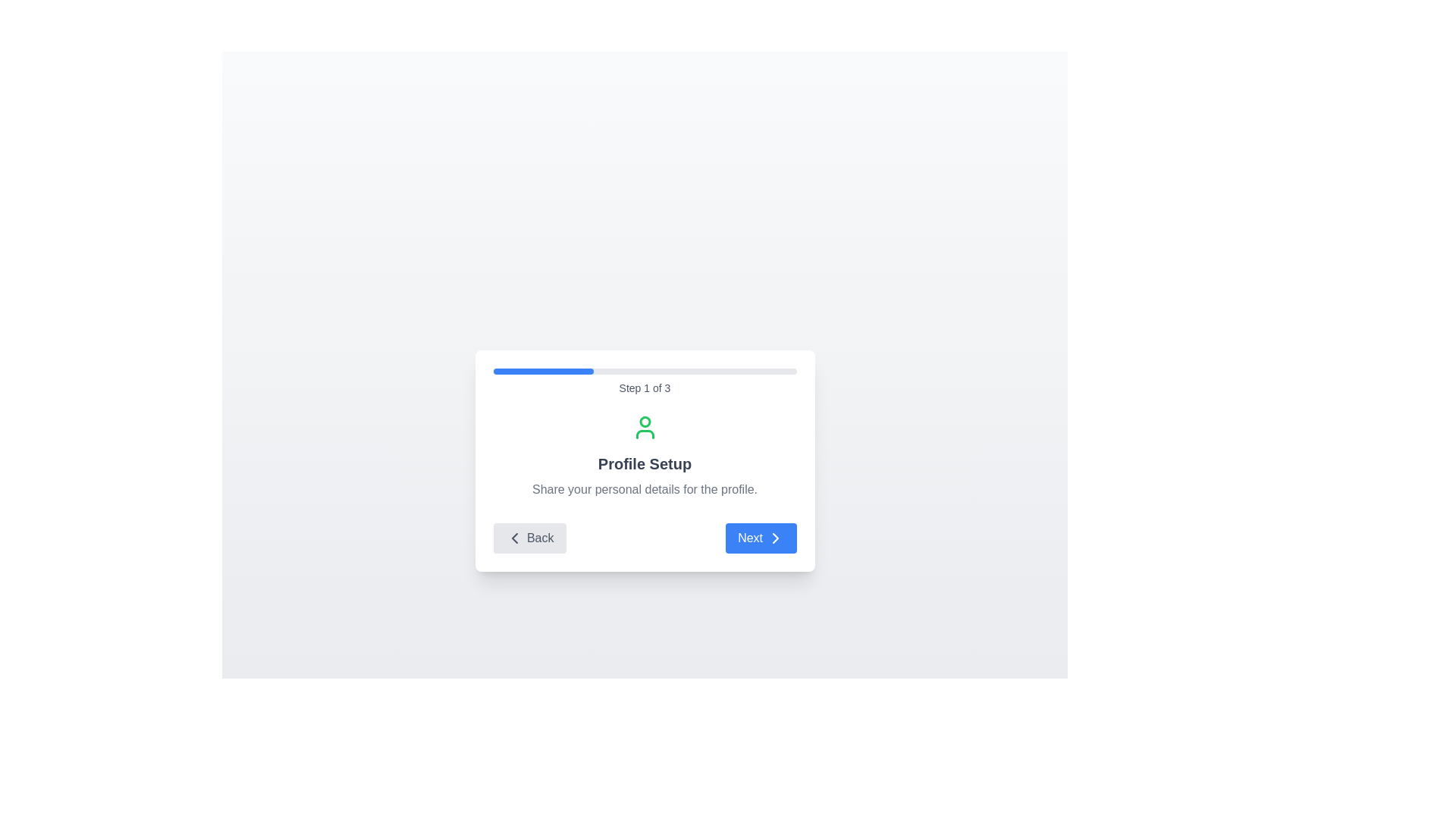  Describe the element at coordinates (514, 538) in the screenshot. I see `the left-facing chevron icon within the 'Back' button located at the lower-left side of the card interface` at that location.